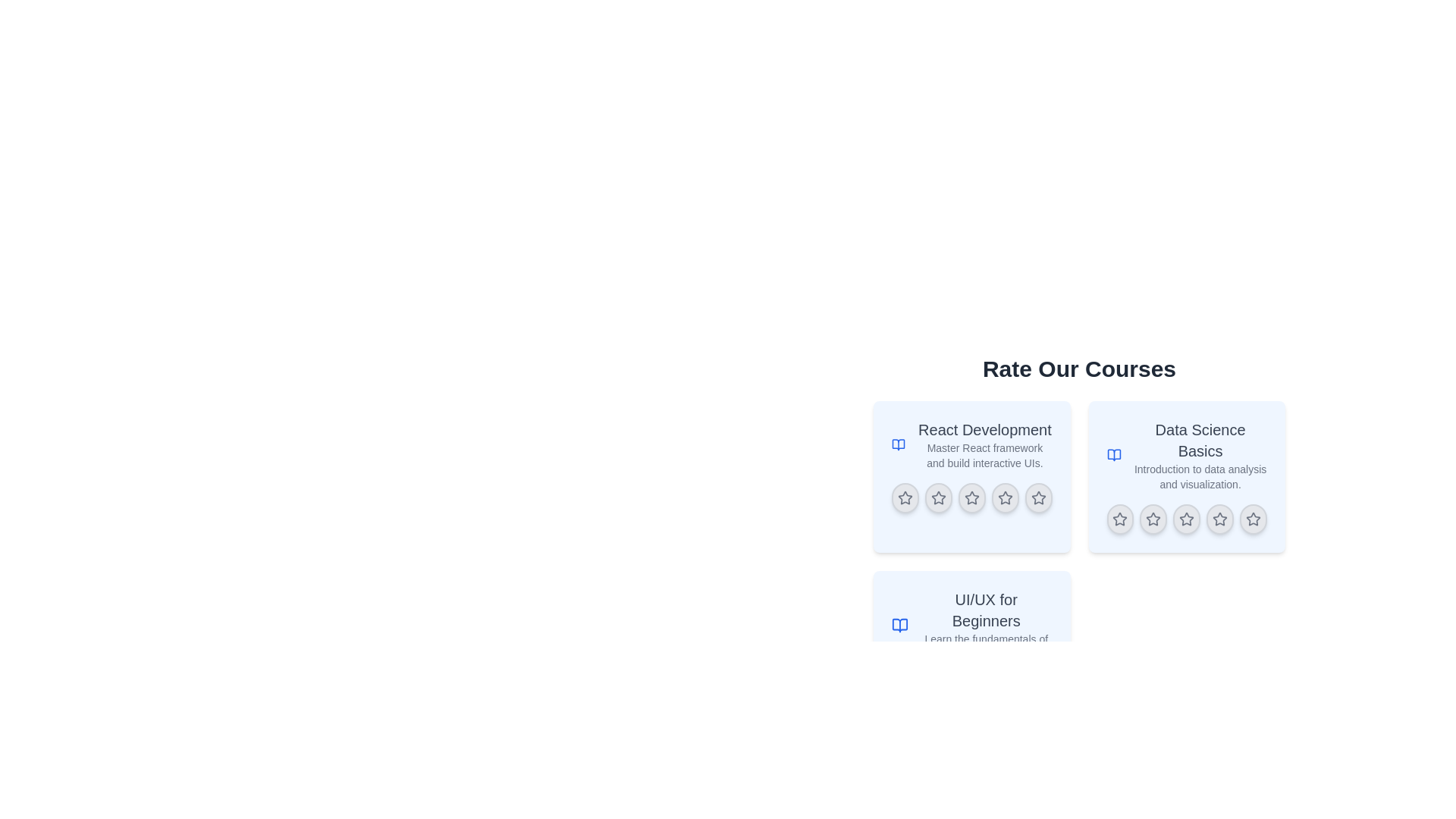 The image size is (1456, 819). Describe the element at coordinates (1120, 518) in the screenshot. I see `the first star icon` at that location.